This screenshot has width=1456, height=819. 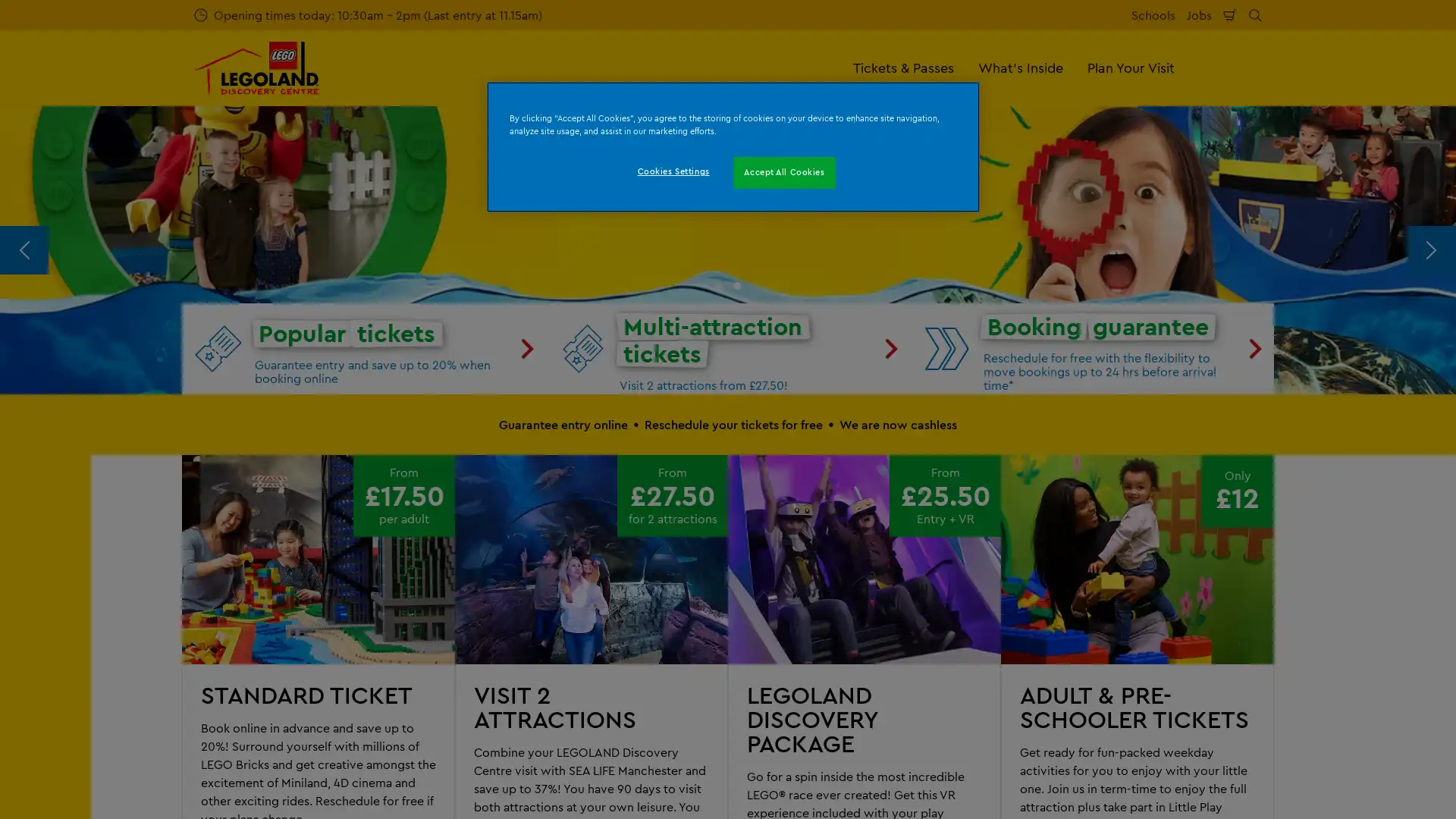 I want to click on Accept All Cookies, so click(x=784, y=171).